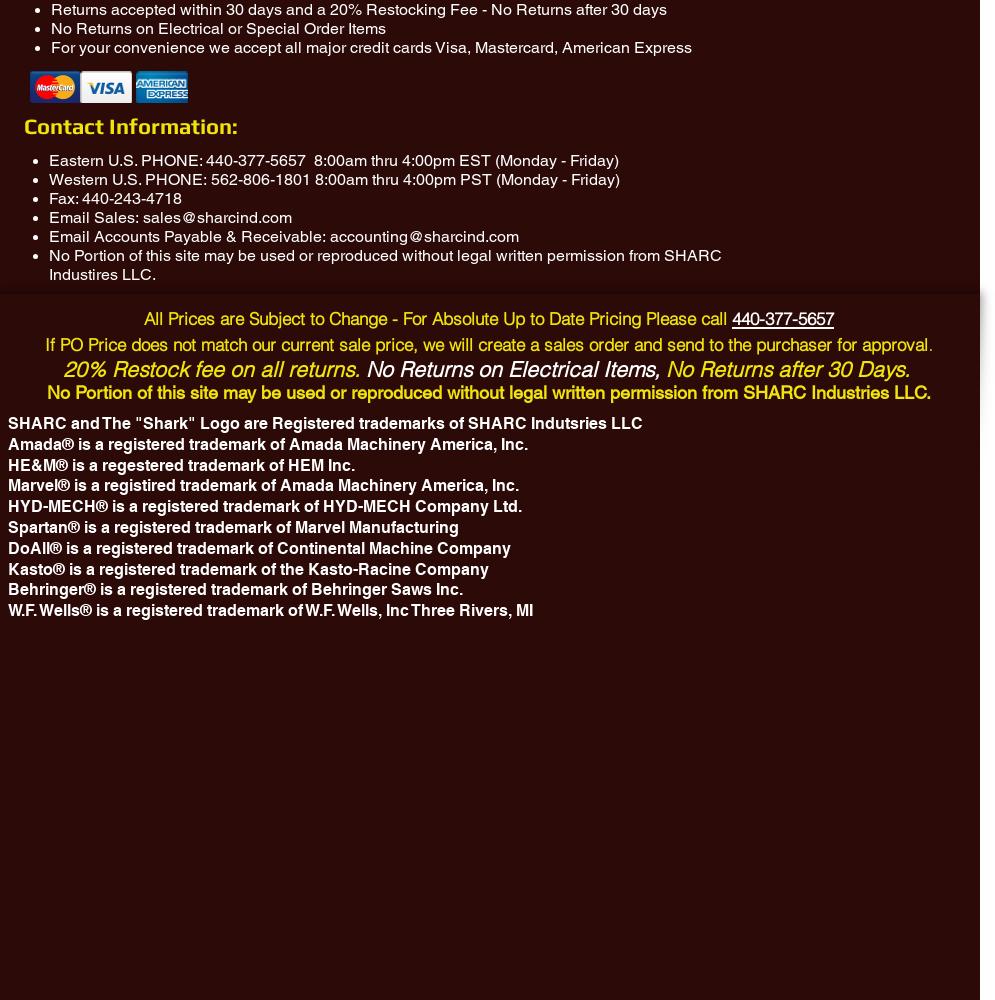 This screenshot has width=995, height=1000. Describe the element at coordinates (129, 179) in the screenshot. I see `'Western U.S. PHONE:'` at that location.